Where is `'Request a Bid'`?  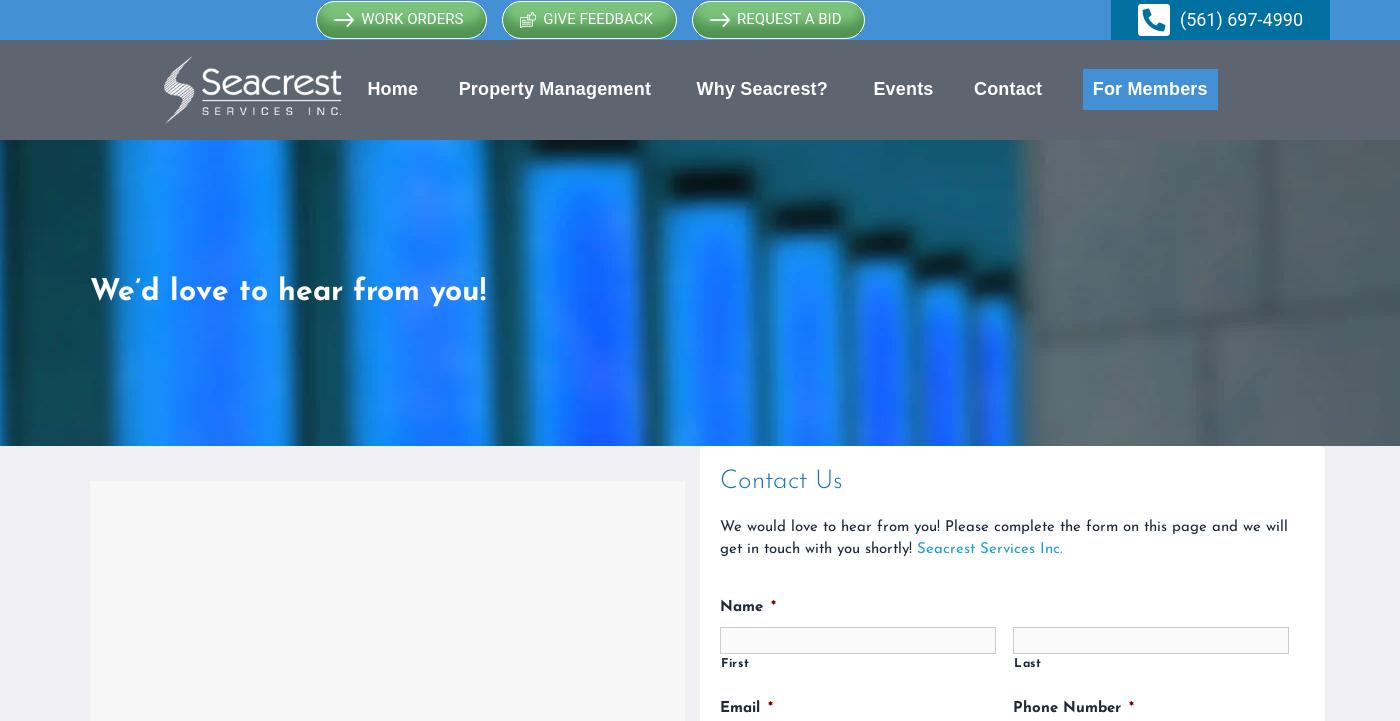 'Request a Bid' is located at coordinates (789, 18).